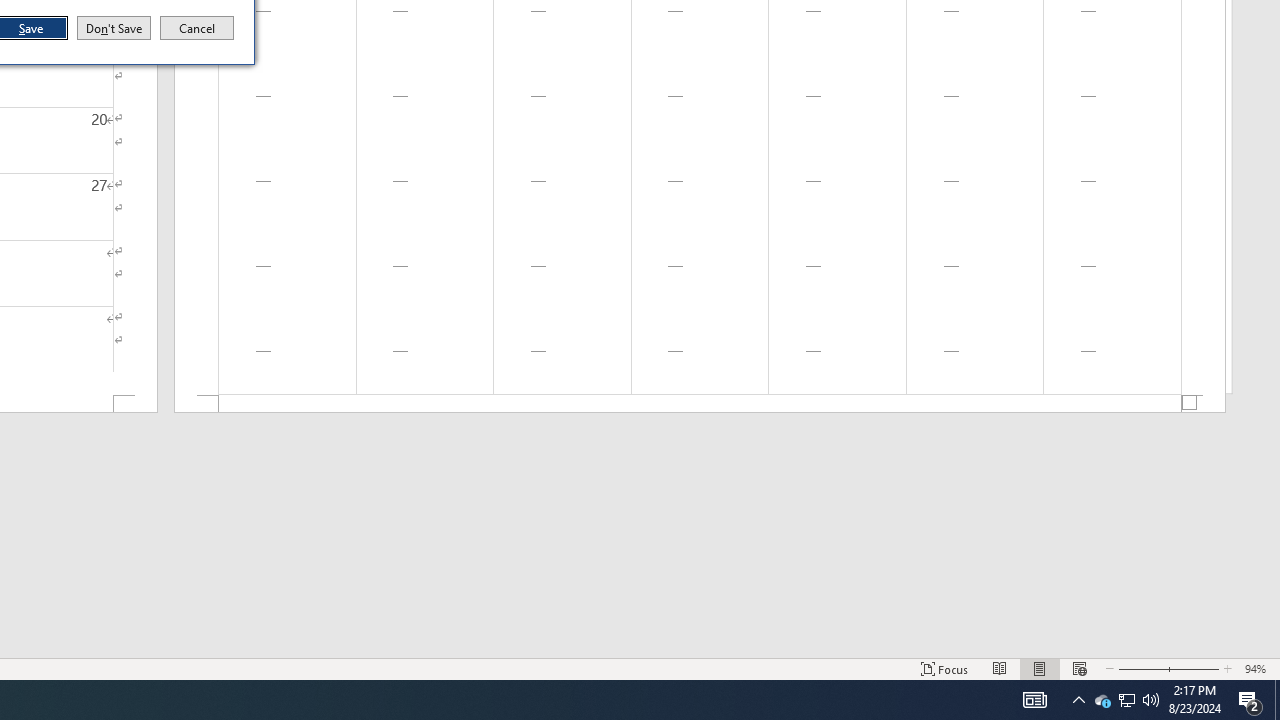 Image resolution: width=1280 pixels, height=720 pixels. What do you see at coordinates (1193, 669) in the screenshot?
I see `'Zoom In'` at bounding box center [1193, 669].